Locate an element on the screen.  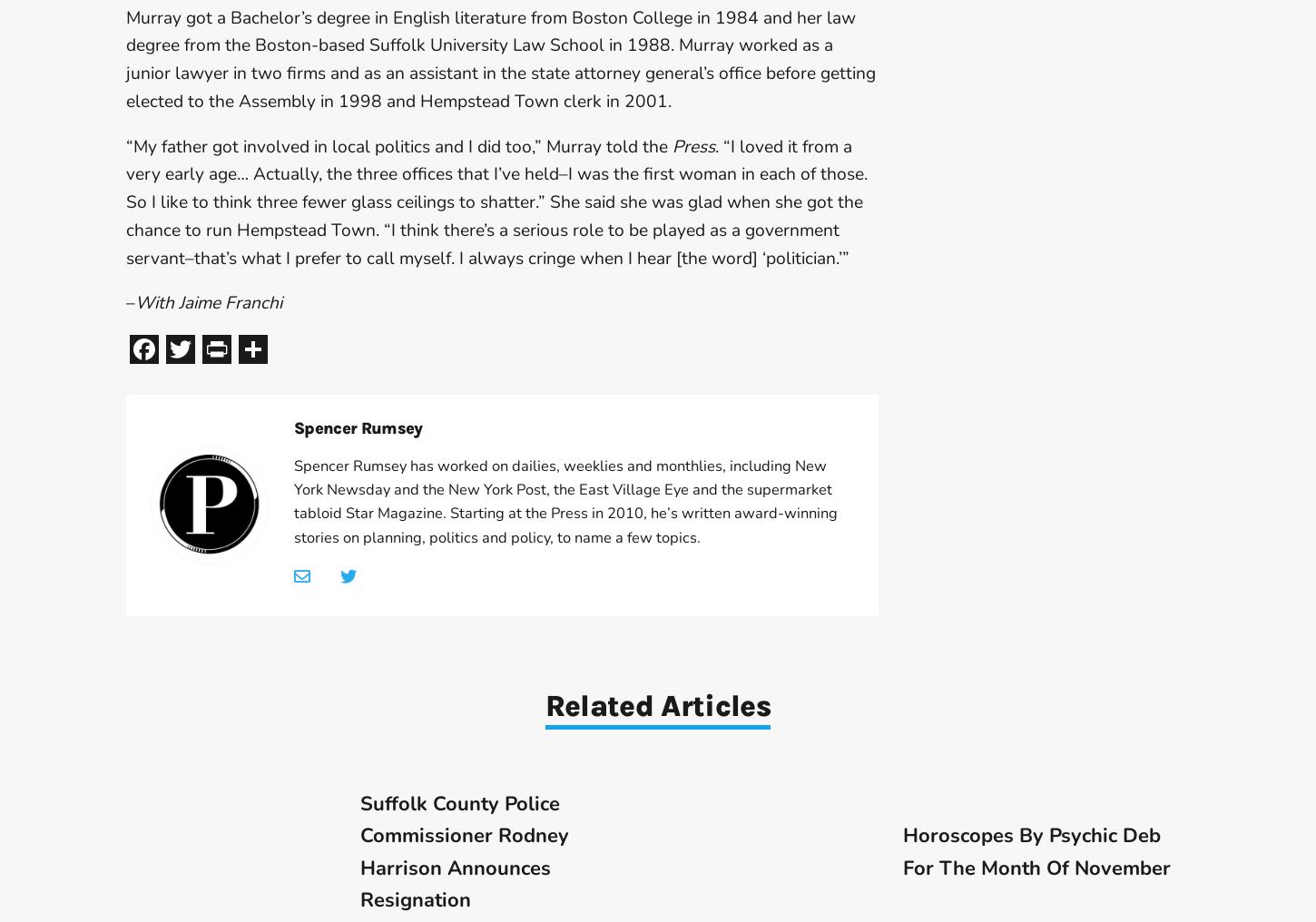
'Spencer Rumsey' is located at coordinates (293, 428).